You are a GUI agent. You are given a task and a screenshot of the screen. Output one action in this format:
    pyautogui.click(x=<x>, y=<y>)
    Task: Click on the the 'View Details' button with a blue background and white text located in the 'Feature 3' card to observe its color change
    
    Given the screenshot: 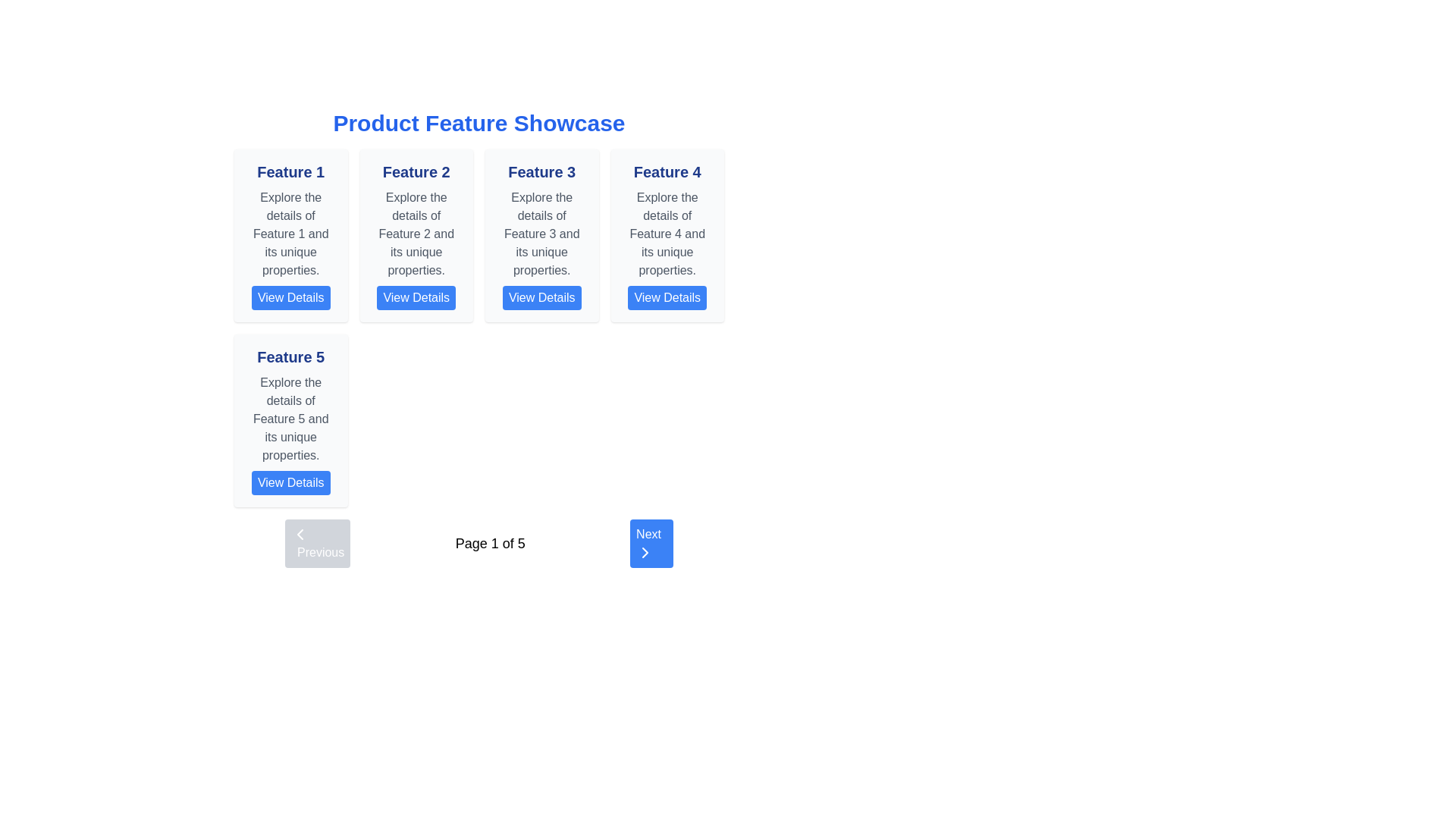 What is the action you would take?
    pyautogui.click(x=541, y=298)
    